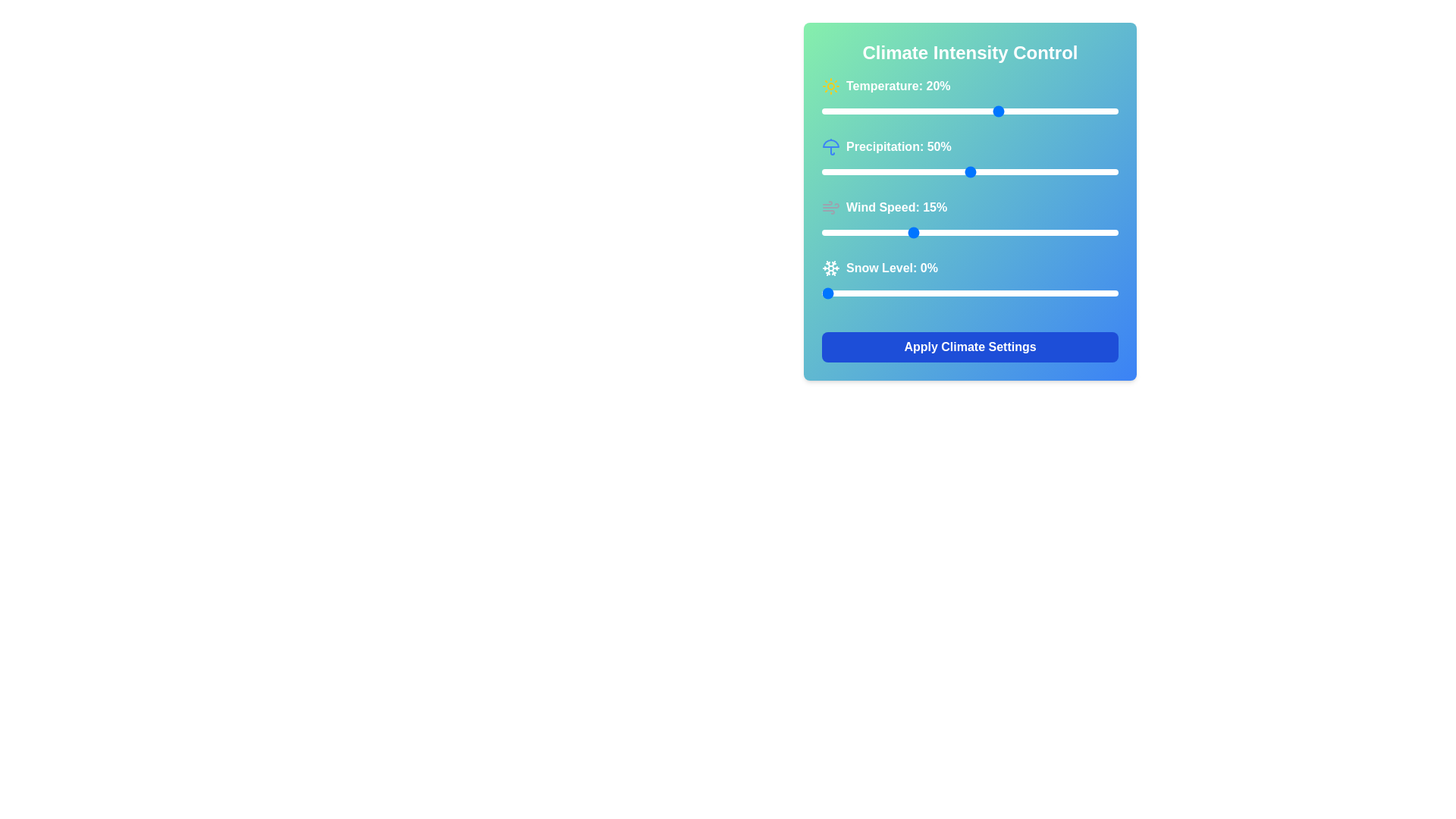  What do you see at coordinates (824, 171) in the screenshot?
I see `Precipitation` at bounding box center [824, 171].